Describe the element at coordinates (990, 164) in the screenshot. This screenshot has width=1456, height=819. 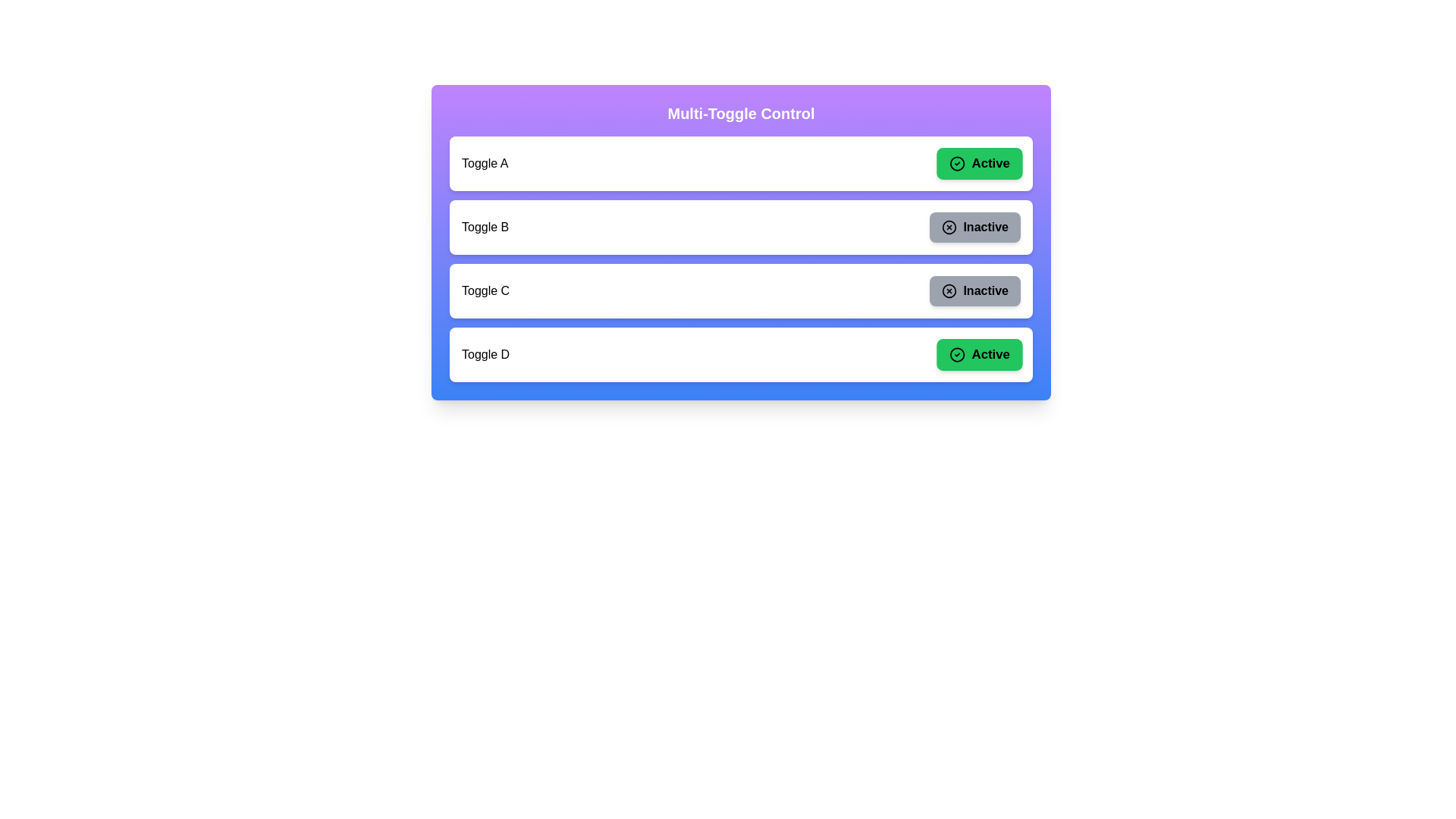
I see `the text label displaying 'Active' in bold black font, which is located inside a green button at the right end of the 'Toggle A' row` at that location.